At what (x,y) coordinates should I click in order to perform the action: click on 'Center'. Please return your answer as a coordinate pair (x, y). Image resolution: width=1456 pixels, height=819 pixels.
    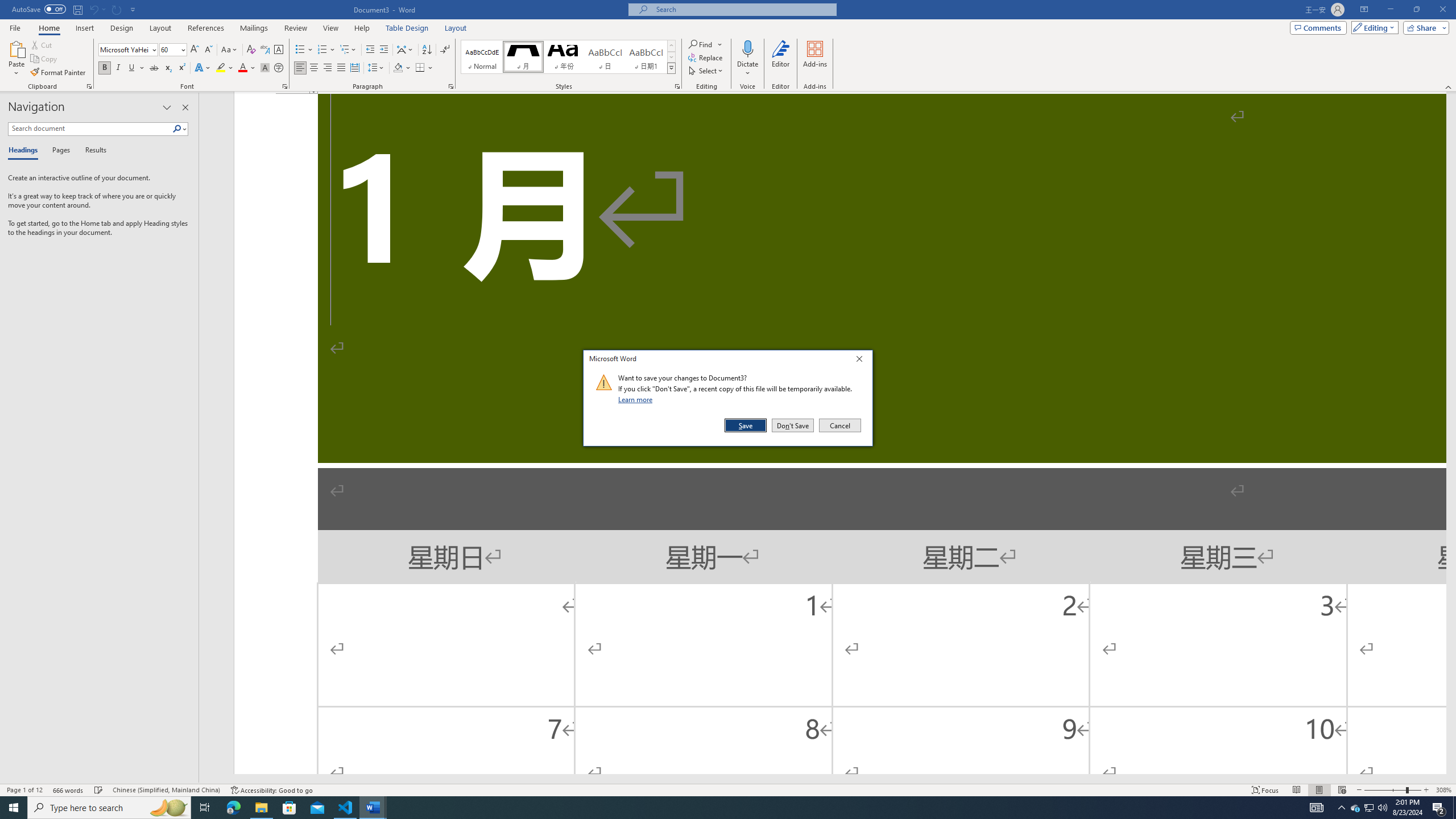
    Looking at the image, I should click on (313, 67).